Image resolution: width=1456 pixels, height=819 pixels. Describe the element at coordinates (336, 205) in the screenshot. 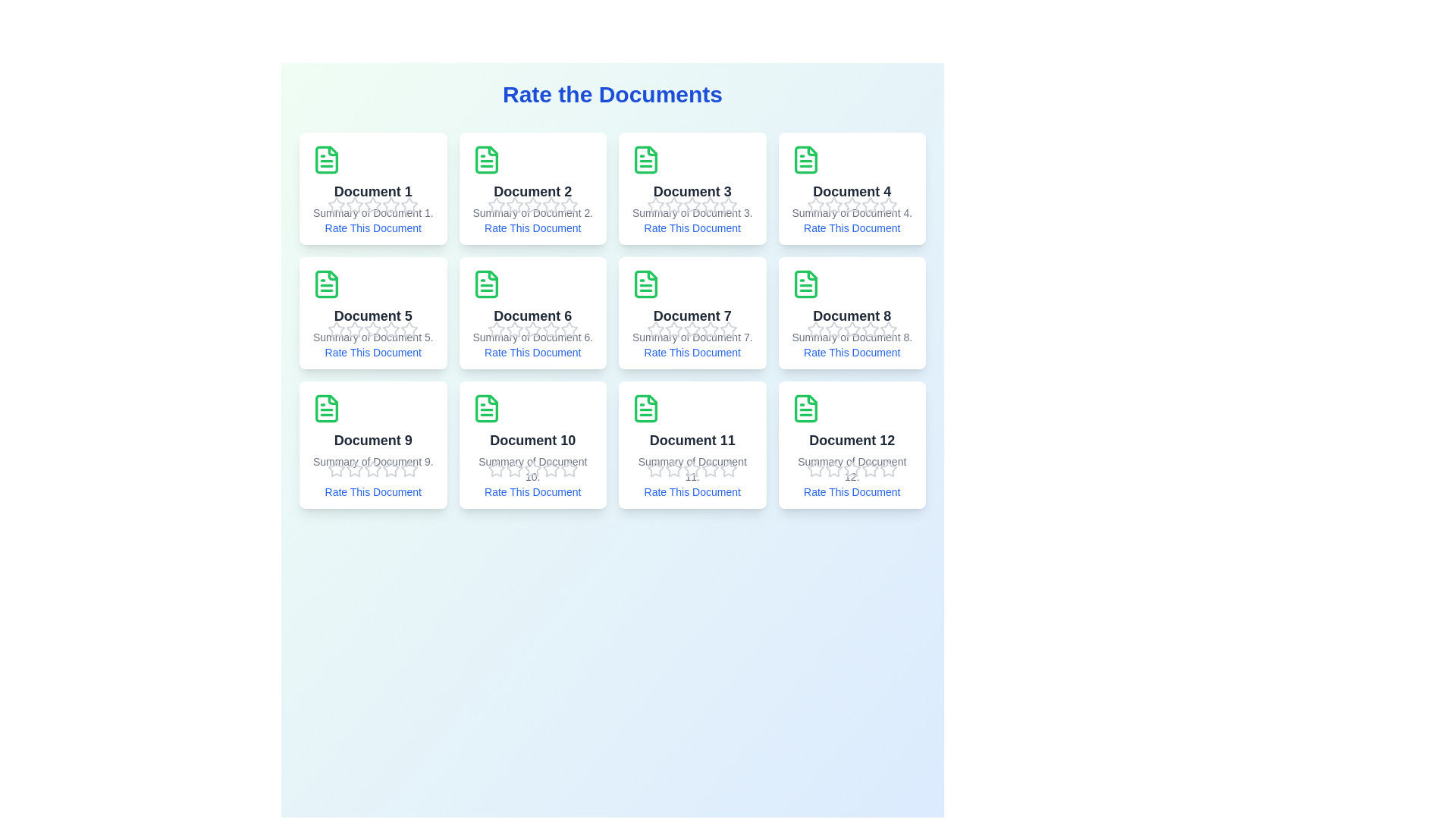

I see `the star corresponding to the rating 1 to preview the rating` at that location.